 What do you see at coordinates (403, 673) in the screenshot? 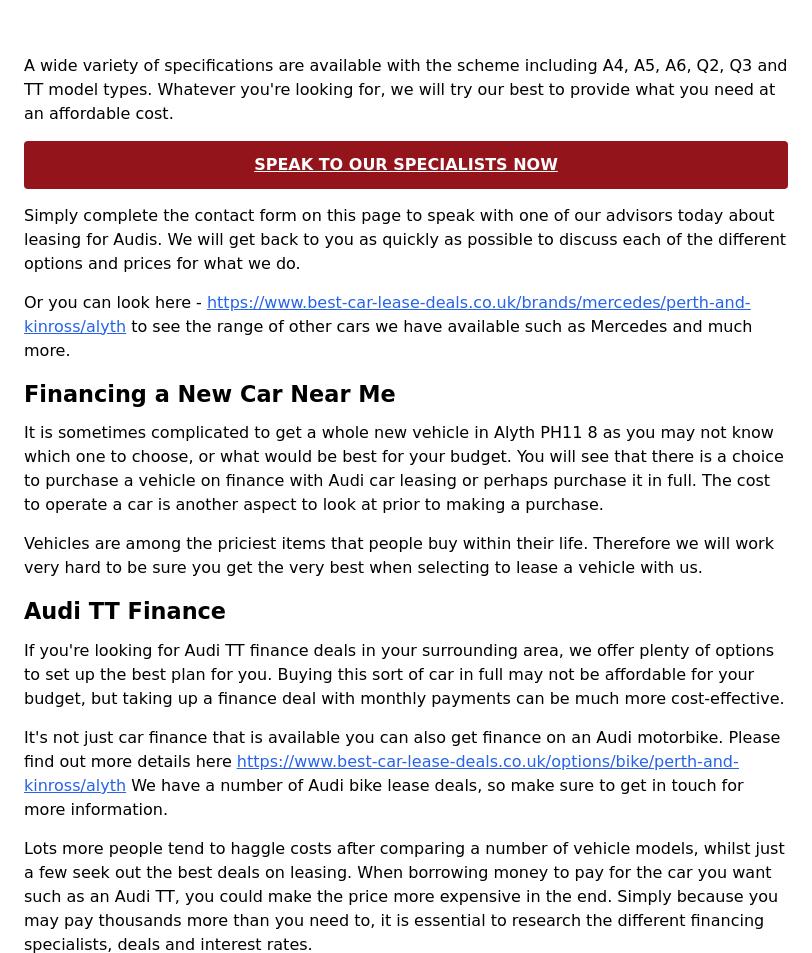
I see `'If you're looking for Audi TT finance deals in your surrounding area, we offer plenty of options to set up the best plan for you. Buying this sort of car in full may not be affordable for your budget, but taking up a finance deal with monthly payments can be much more cost-effective.'` at bounding box center [403, 673].